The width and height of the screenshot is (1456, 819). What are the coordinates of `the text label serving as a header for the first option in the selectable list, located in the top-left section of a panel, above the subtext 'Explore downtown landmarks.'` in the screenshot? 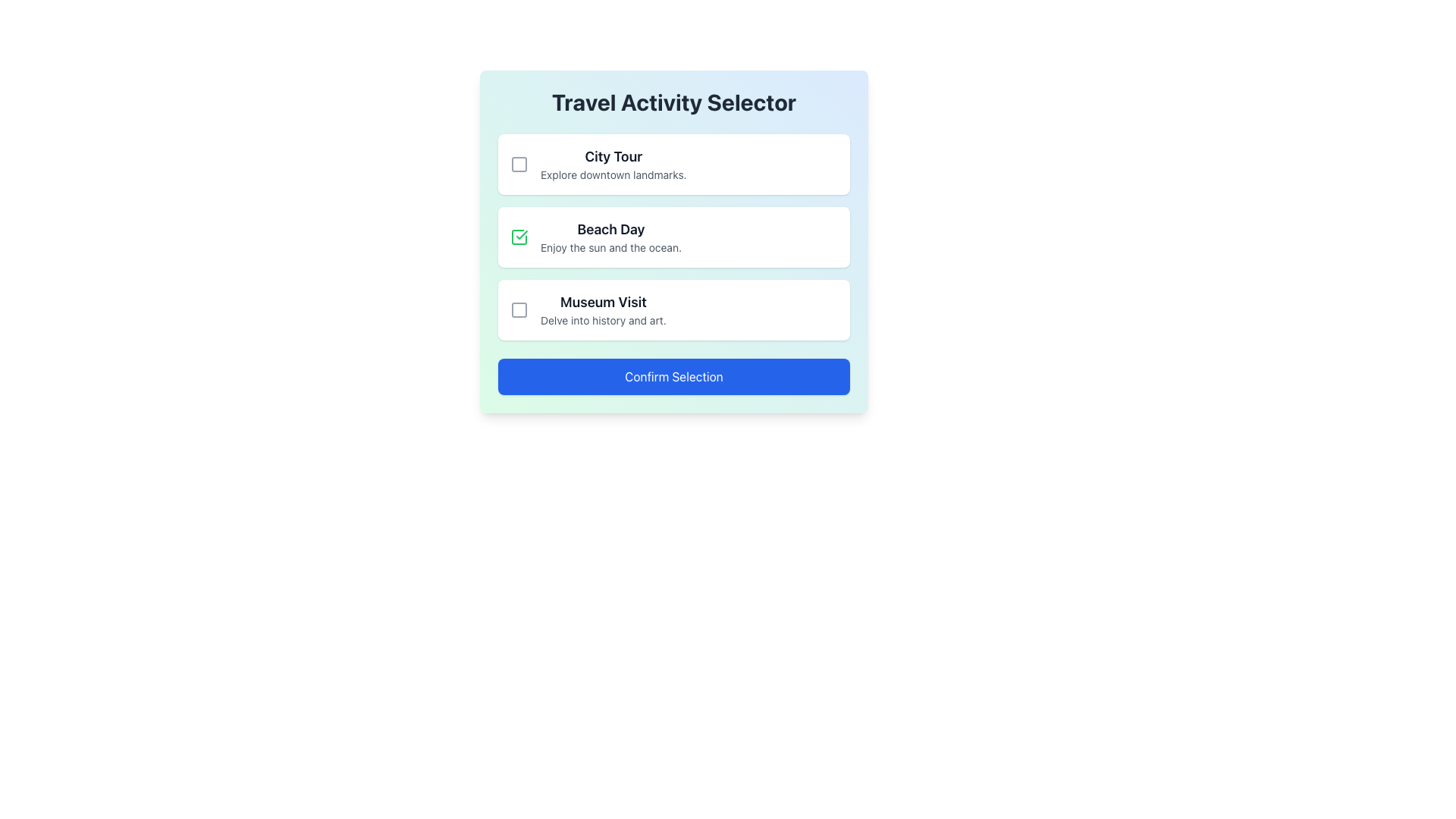 It's located at (613, 157).